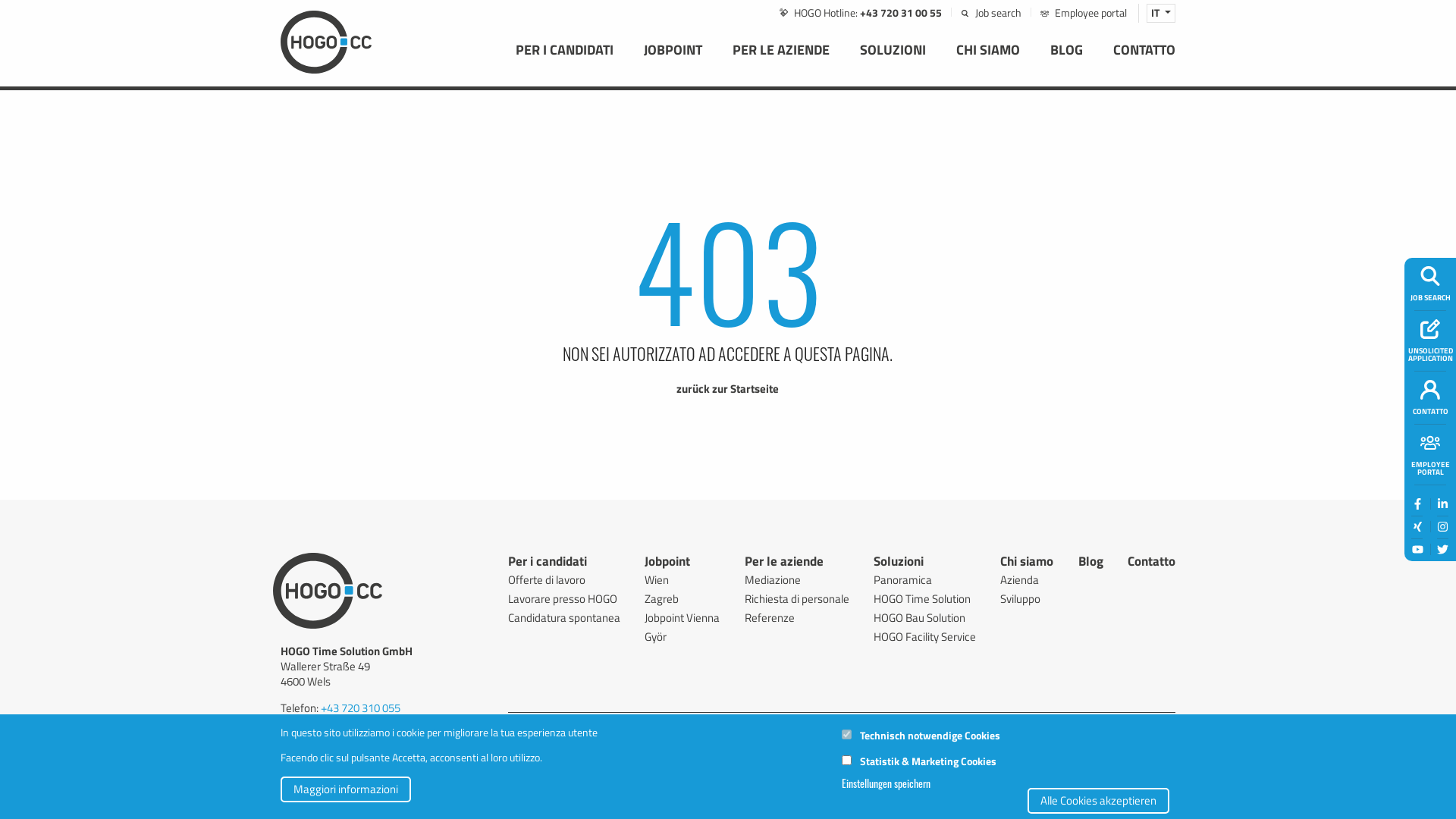 The width and height of the screenshot is (1456, 819). I want to click on 'Unsolicited application', so click(1429, 328).